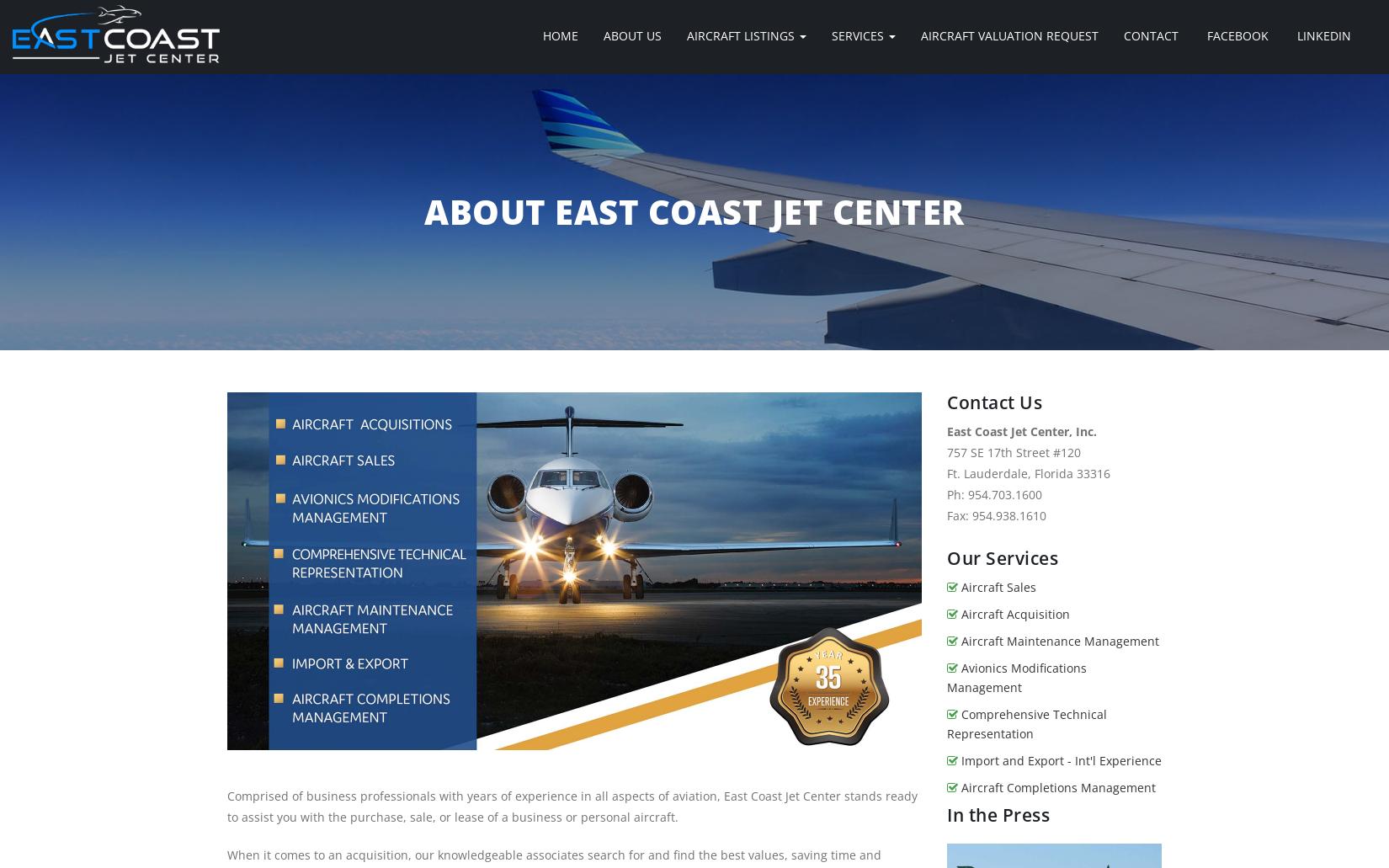 This screenshot has width=1389, height=868. Describe the element at coordinates (961, 587) in the screenshot. I see `'Aircraft Sales'` at that location.